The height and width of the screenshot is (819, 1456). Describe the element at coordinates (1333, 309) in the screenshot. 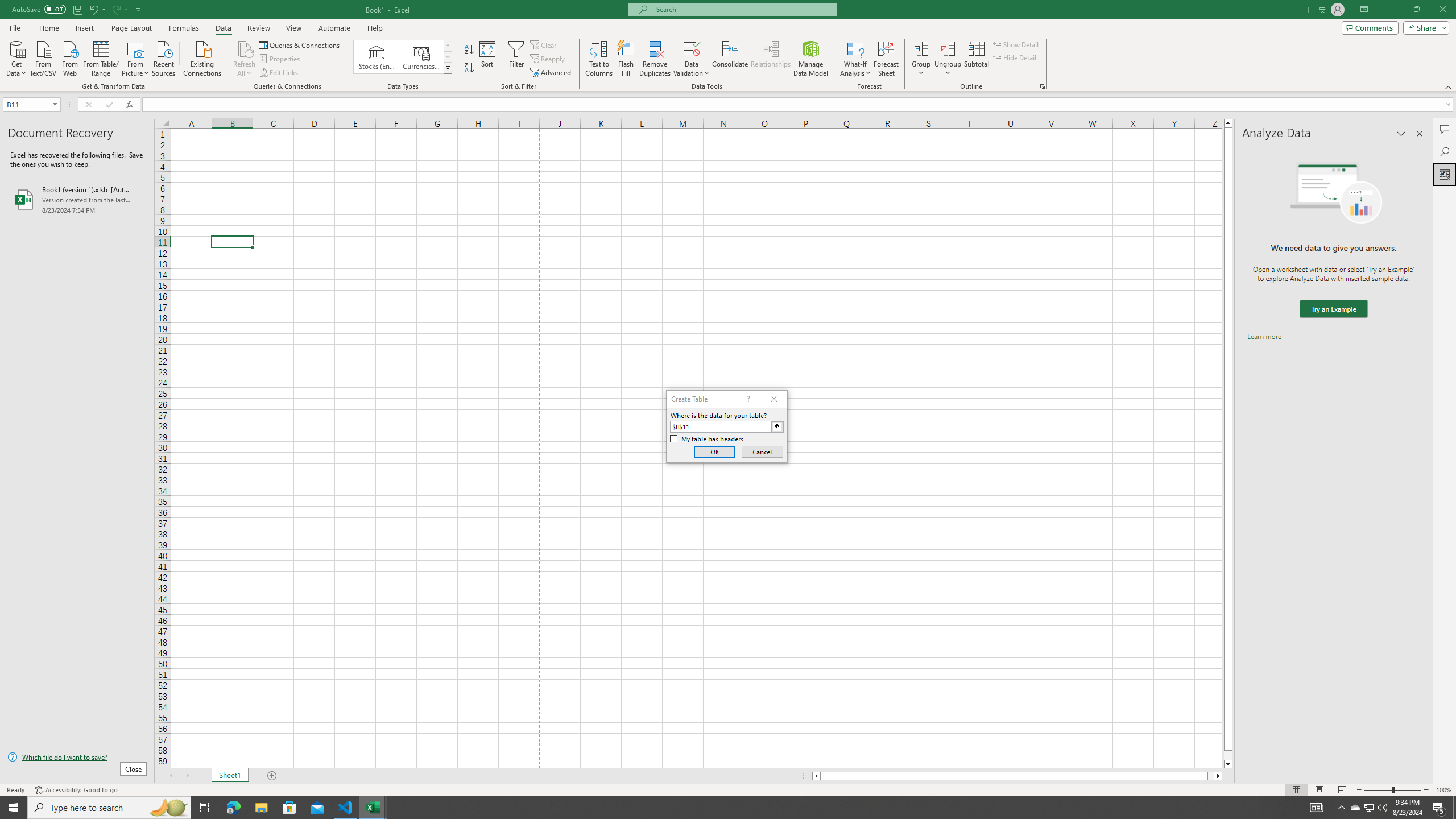

I see `'We need data to give you answers. Try an Example'` at that location.